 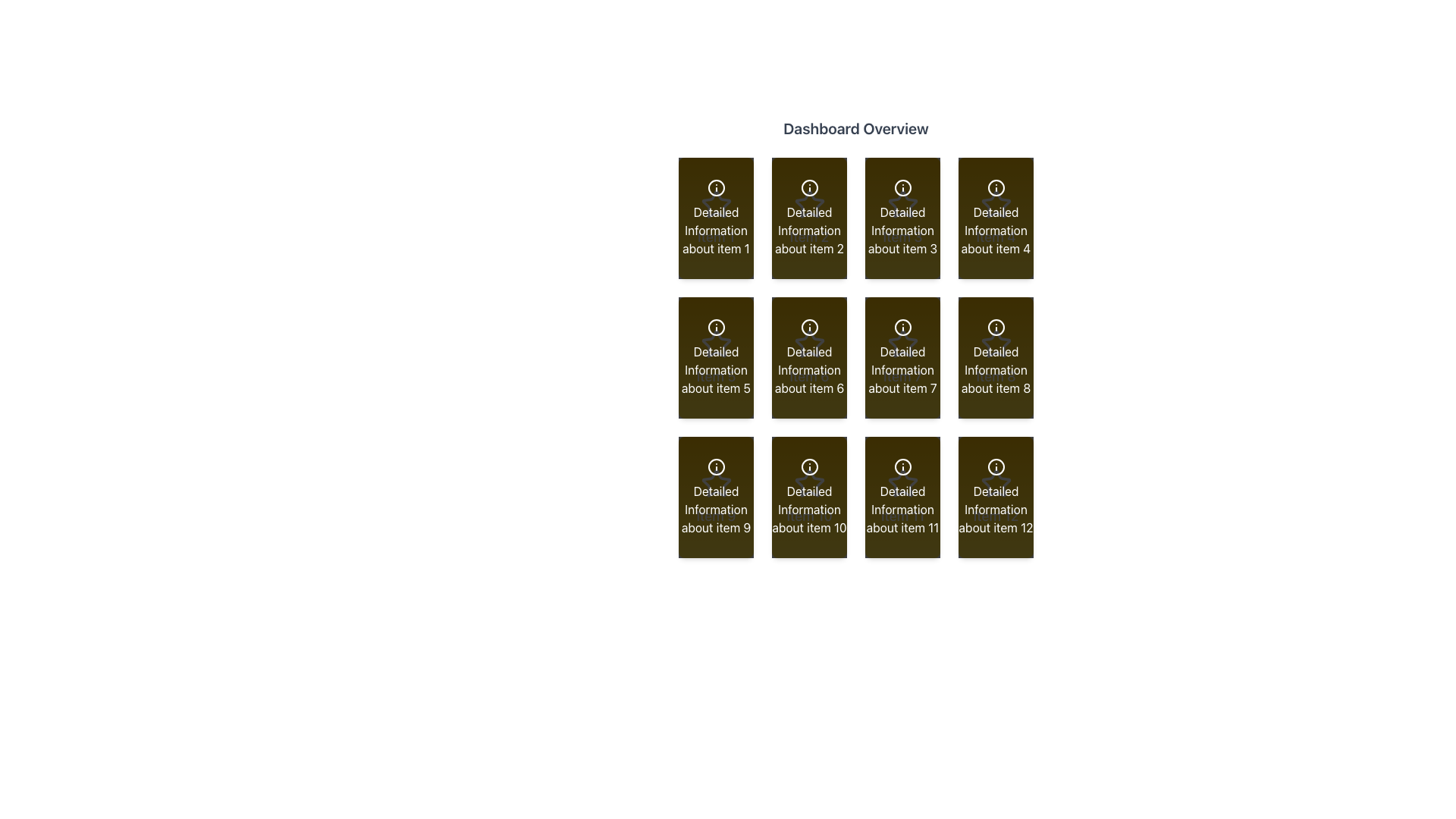 What do you see at coordinates (715, 483) in the screenshot?
I see `the star-shaped SVG graphic icon with a hollow outline styled in white, located above the text area on a dark brown background in the ninth item of a 3x4 grid layout, labeled 'Detailed Information about item 9'` at bounding box center [715, 483].